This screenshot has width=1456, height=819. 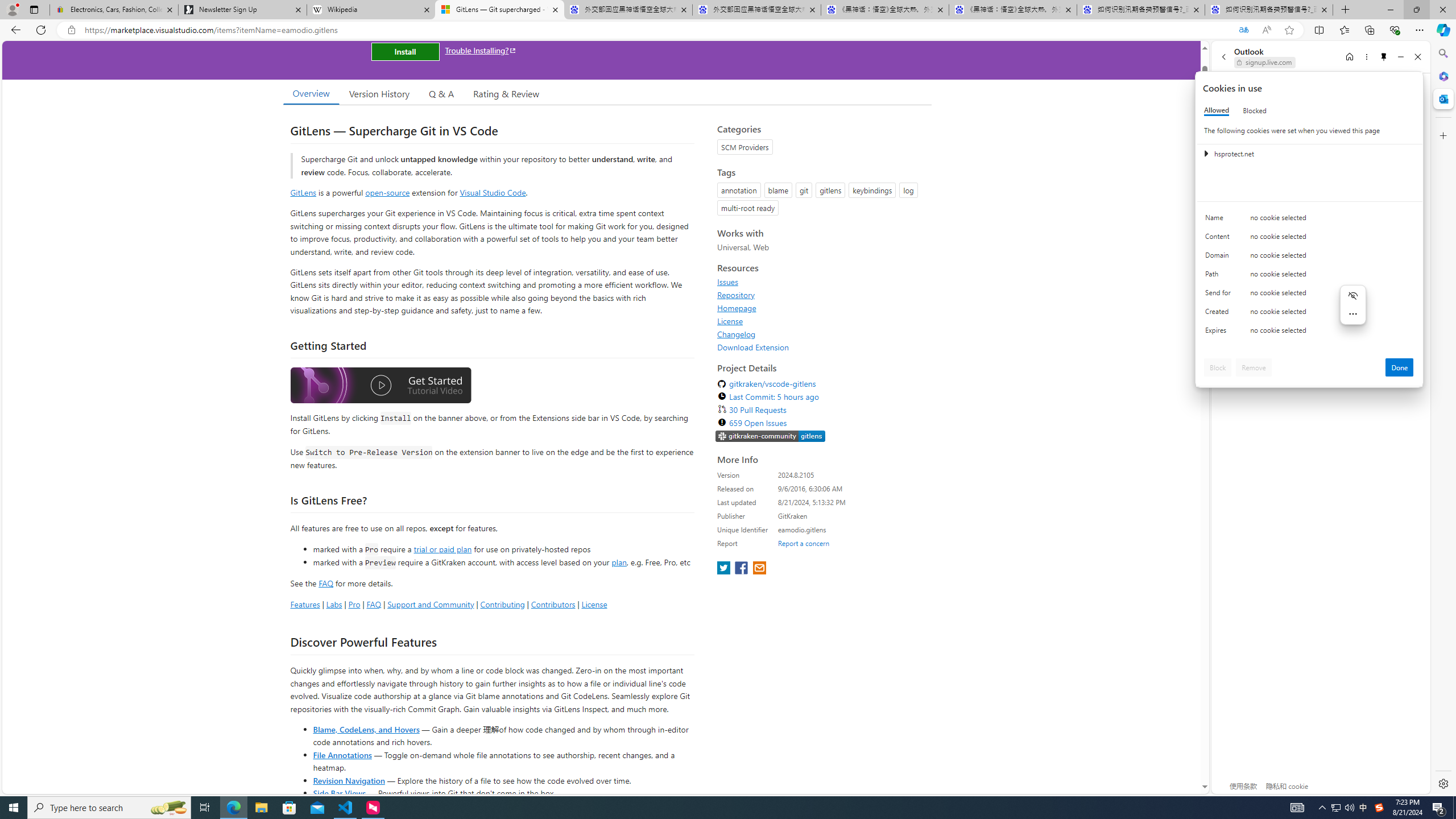 What do you see at coordinates (1352, 295) in the screenshot?
I see `'Hide menu'` at bounding box center [1352, 295].